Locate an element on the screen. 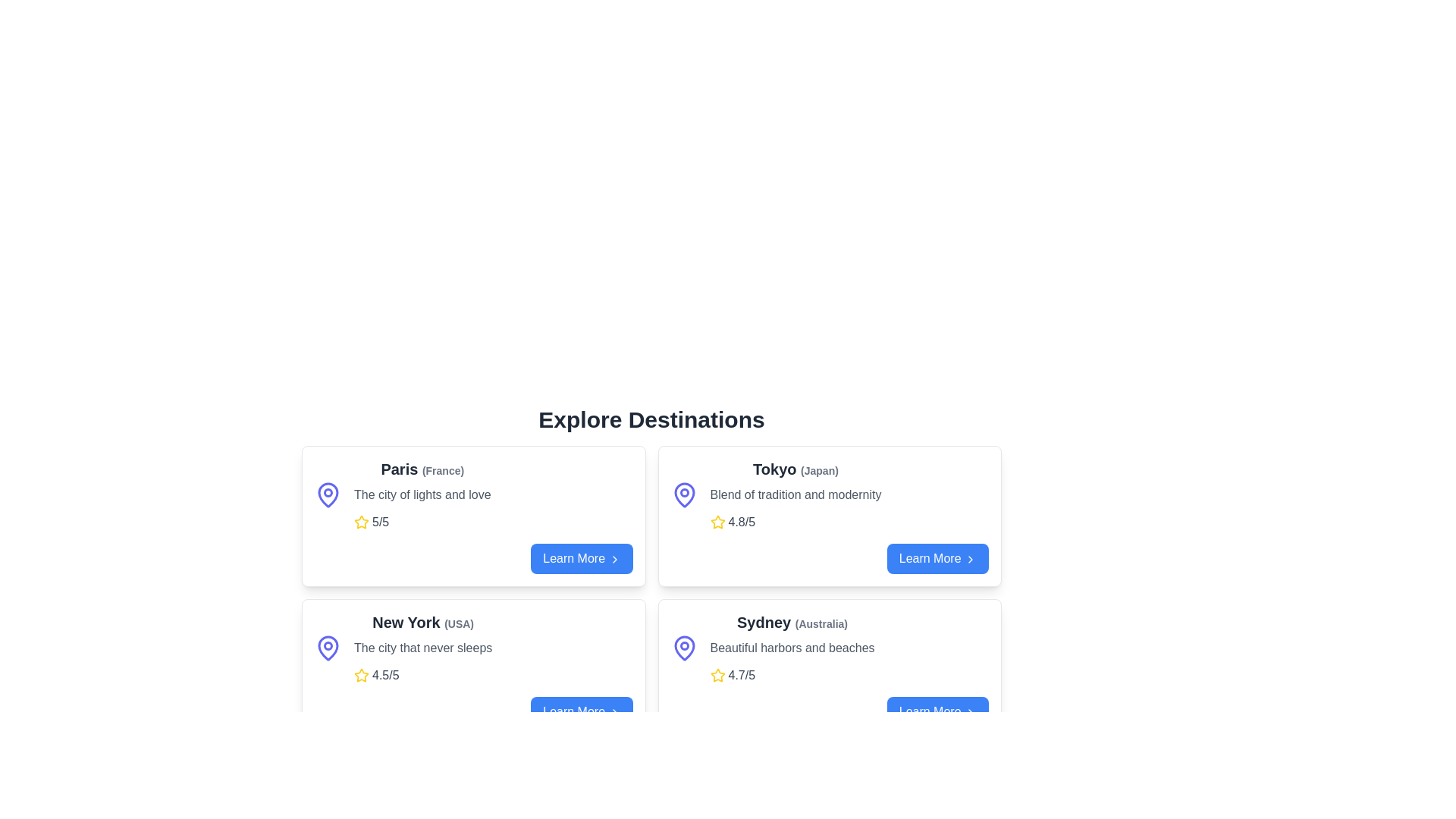 The image size is (1456, 819). the button located in the bottom right corner of the New York (USA) card to observe the hover state is located at coordinates (581, 711).